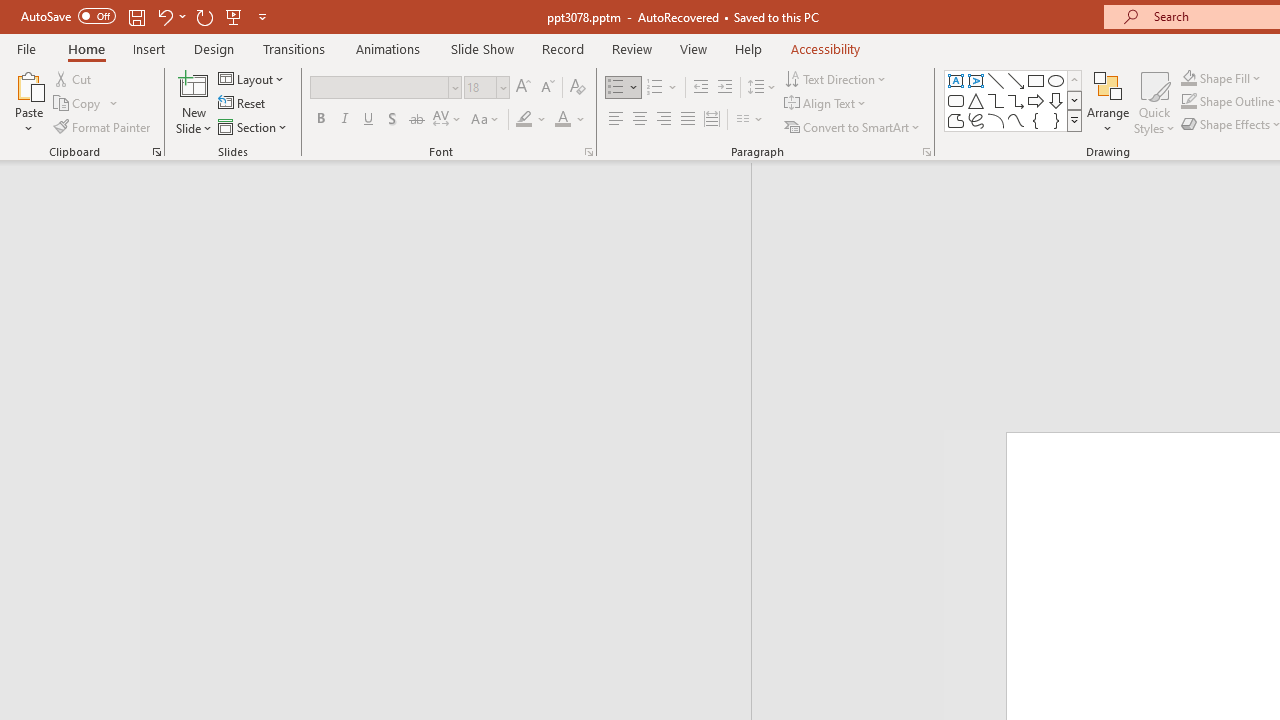 The image size is (1280, 720). What do you see at coordinates (242, 103) in the screenshot?
I see `'Reset'` at bounding box center [242, 103].